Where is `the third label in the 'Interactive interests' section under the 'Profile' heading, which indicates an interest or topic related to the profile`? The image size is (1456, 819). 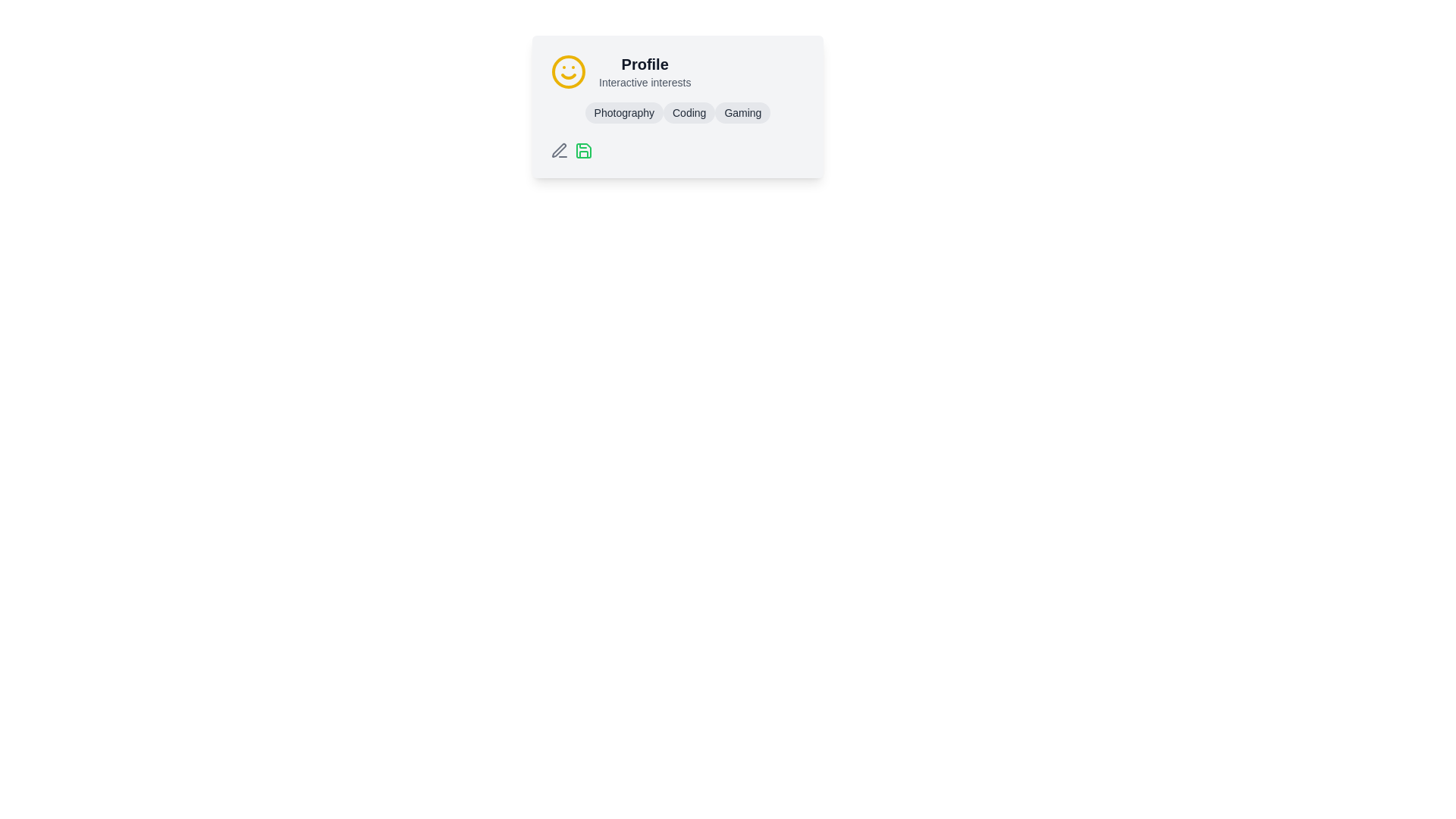 the third label in the 'Interactive interests' section under the 'Profile' heading, which indicates an interest or topic related to the profile is located at coordinates (742, 112).